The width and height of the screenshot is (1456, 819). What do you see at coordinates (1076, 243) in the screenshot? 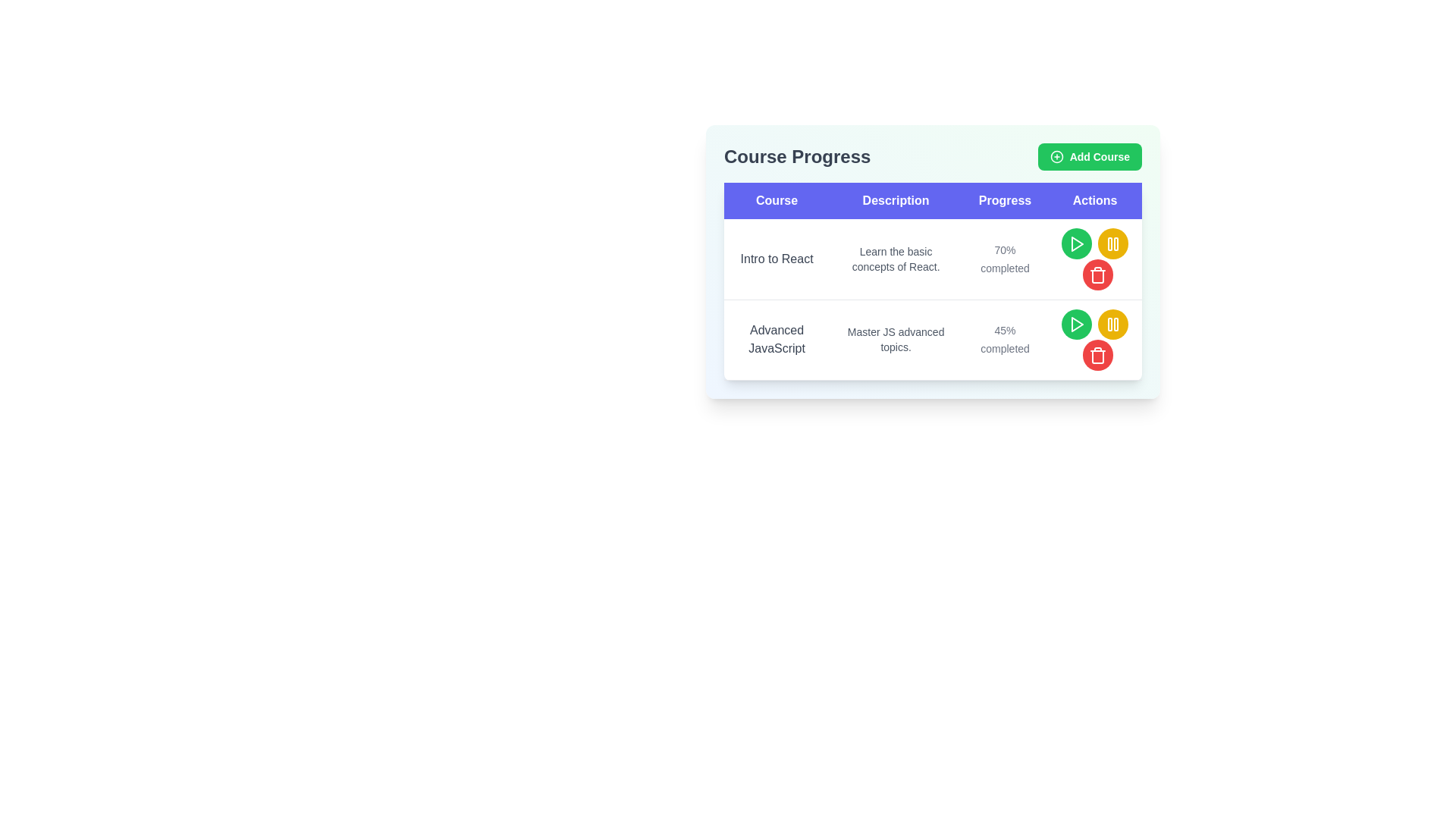
I see `the play button icon, which is a triangular shape pointing to the right within a circular green background, located in the 'Actions' column of the second row associated with 'Advanced JavaScript'` at bounding box center [1076, 243].